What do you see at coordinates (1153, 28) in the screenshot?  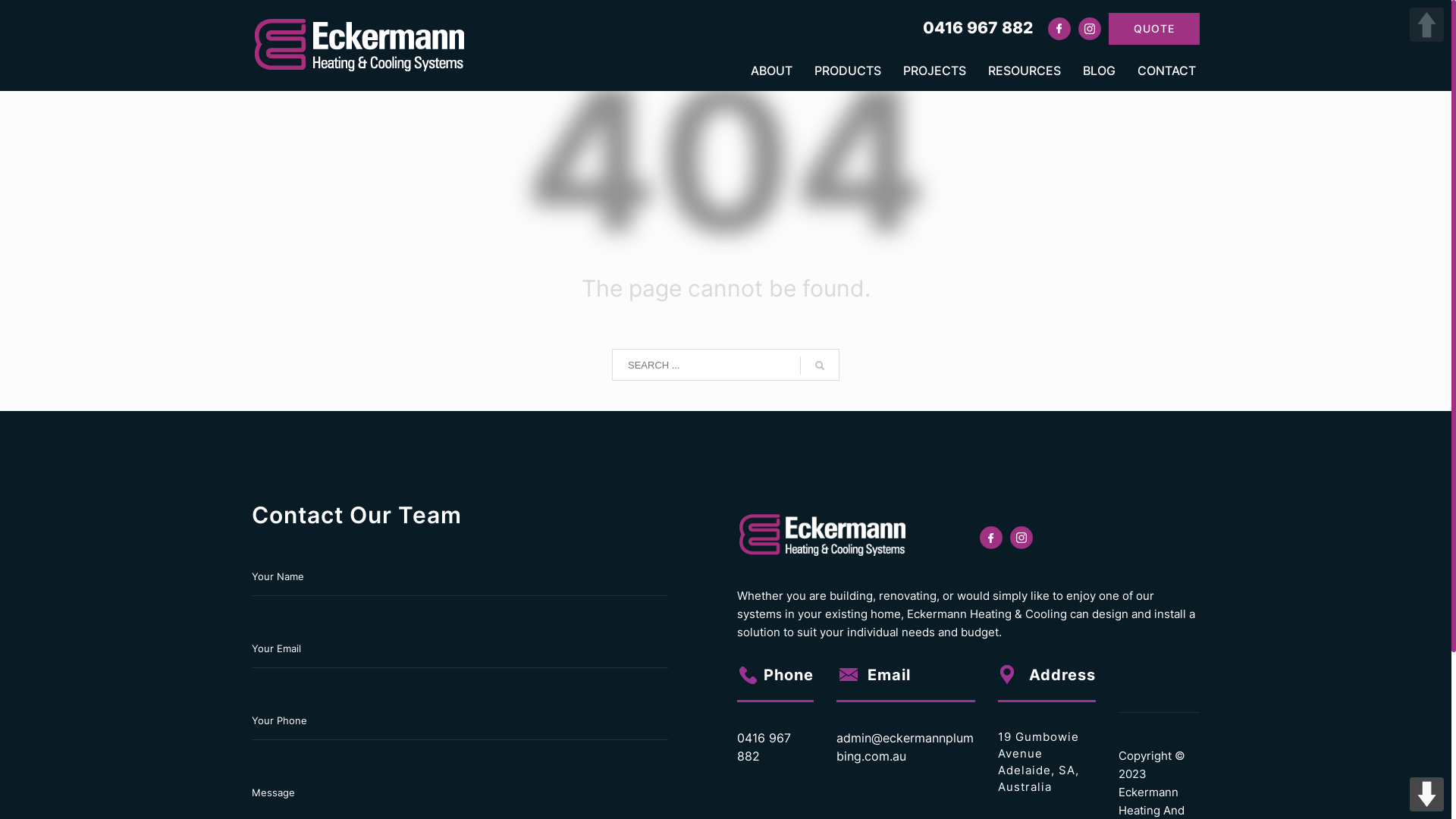 I see `'QUOTE'` at bounding box center [1153, 28].